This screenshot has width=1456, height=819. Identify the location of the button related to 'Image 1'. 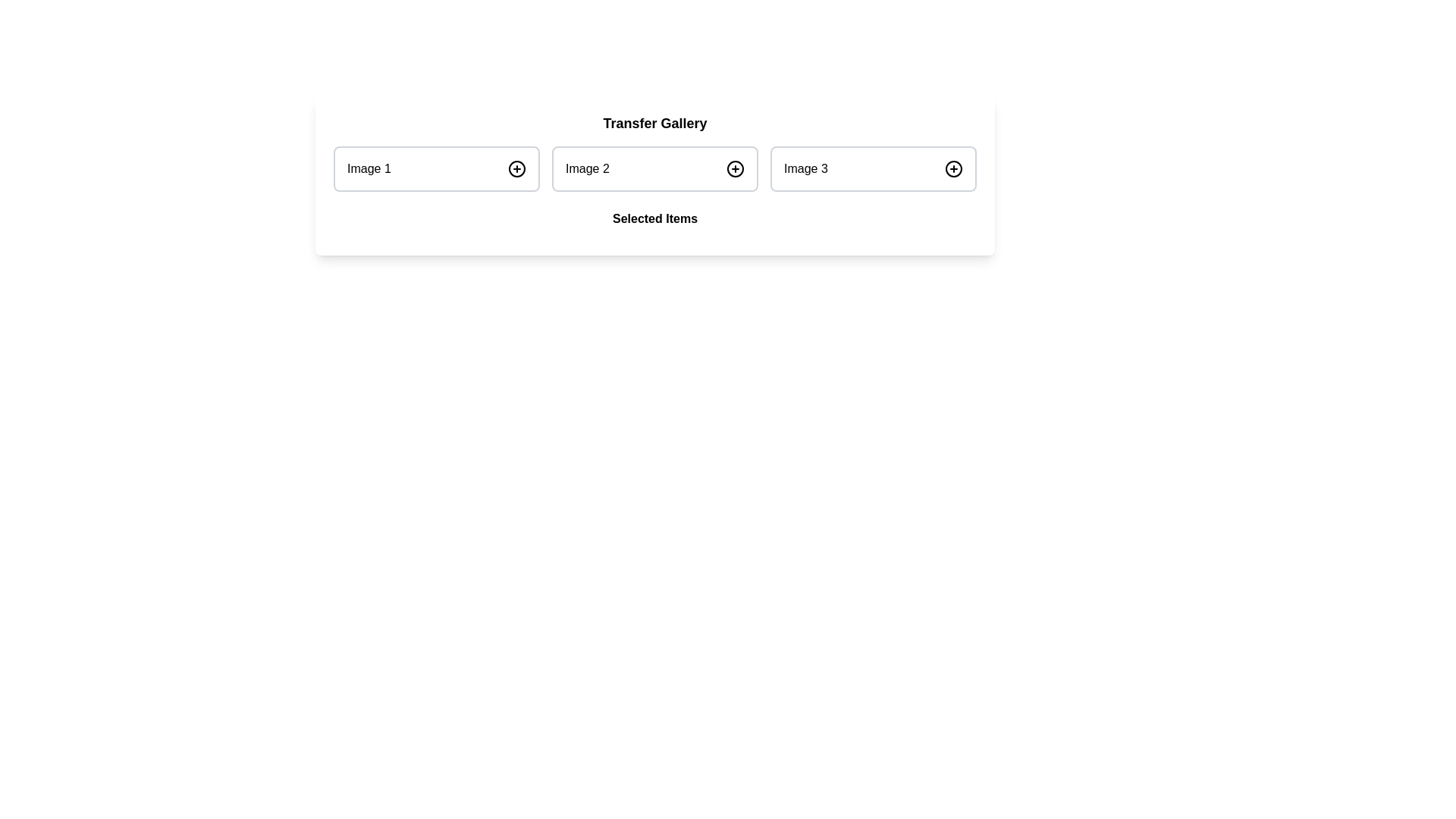
(516, 169).